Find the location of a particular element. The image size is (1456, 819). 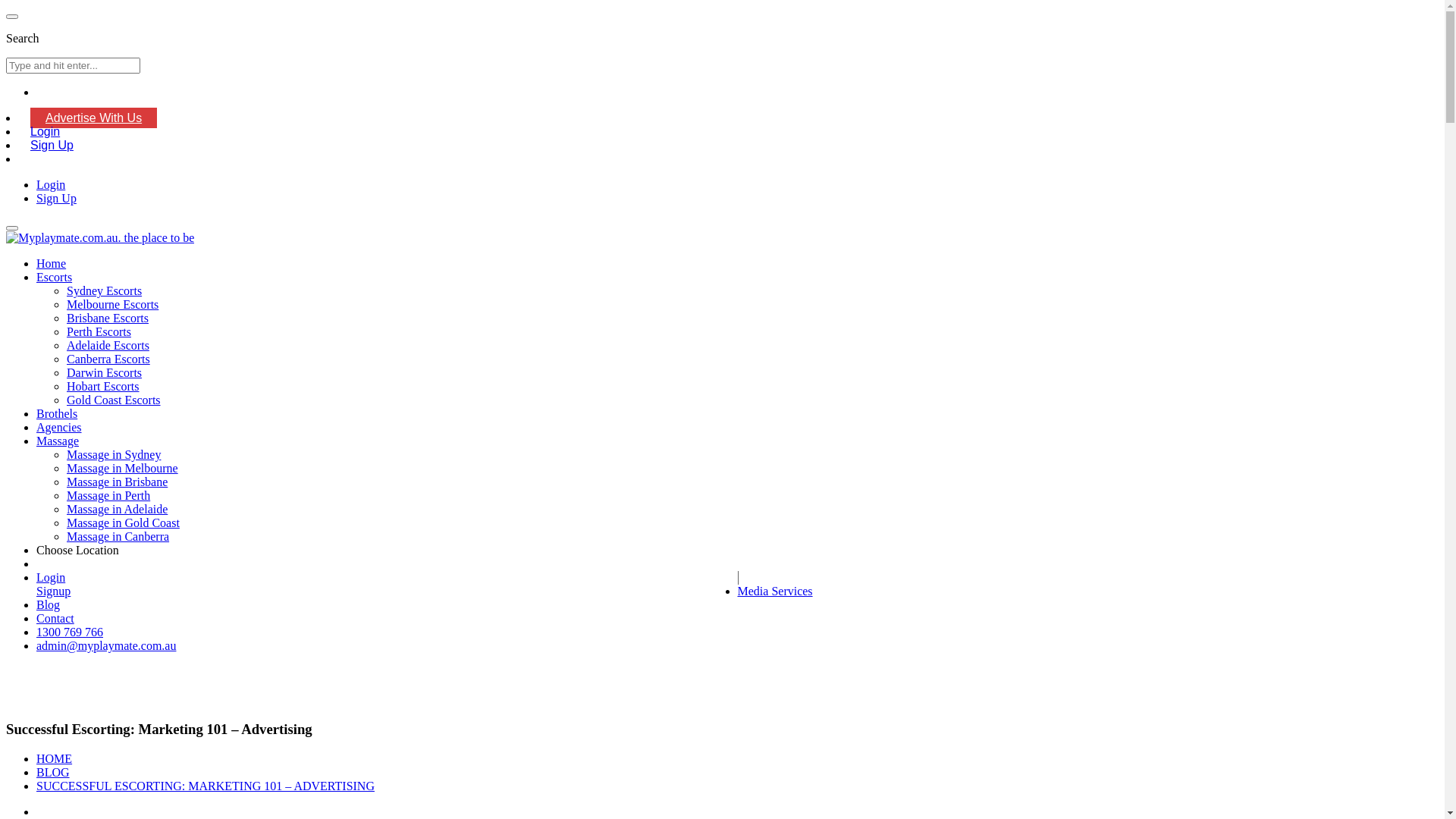

'Canberra Escorts' is located at coordinates (108, 359).